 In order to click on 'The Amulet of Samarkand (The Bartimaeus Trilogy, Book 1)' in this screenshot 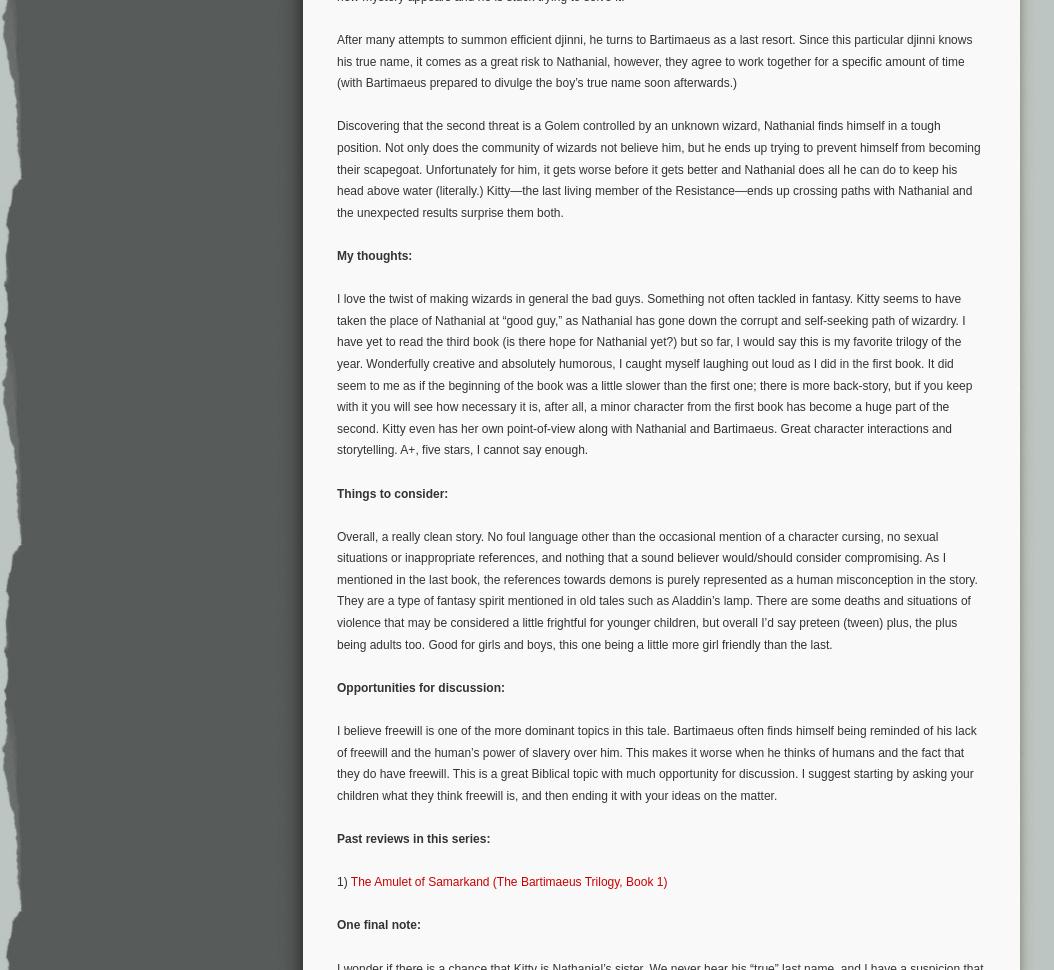, I will do `click(507, 882)`.